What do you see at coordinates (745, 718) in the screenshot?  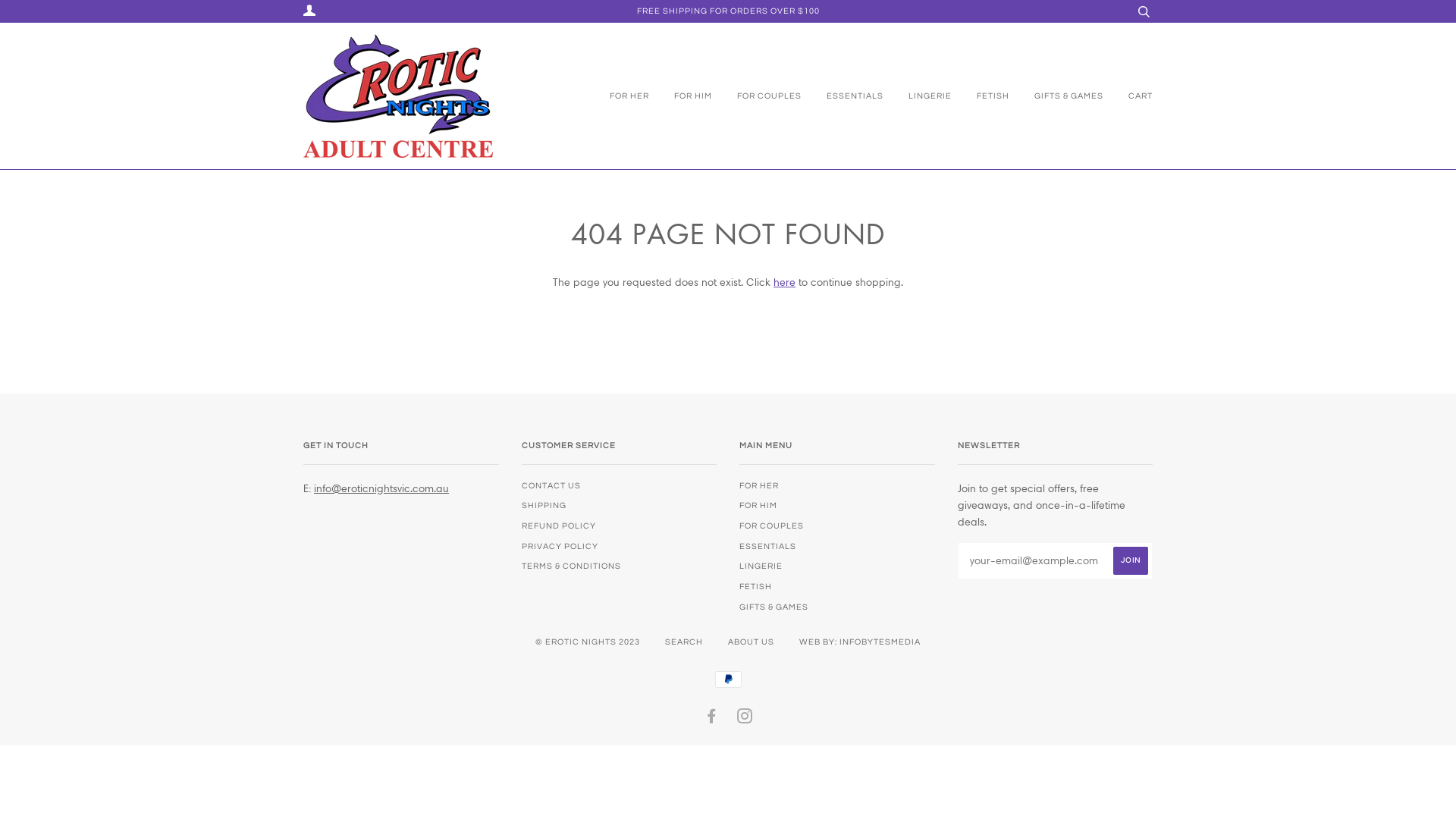 I see `'INSTAGRAM'` at bounding box center [745, 718].